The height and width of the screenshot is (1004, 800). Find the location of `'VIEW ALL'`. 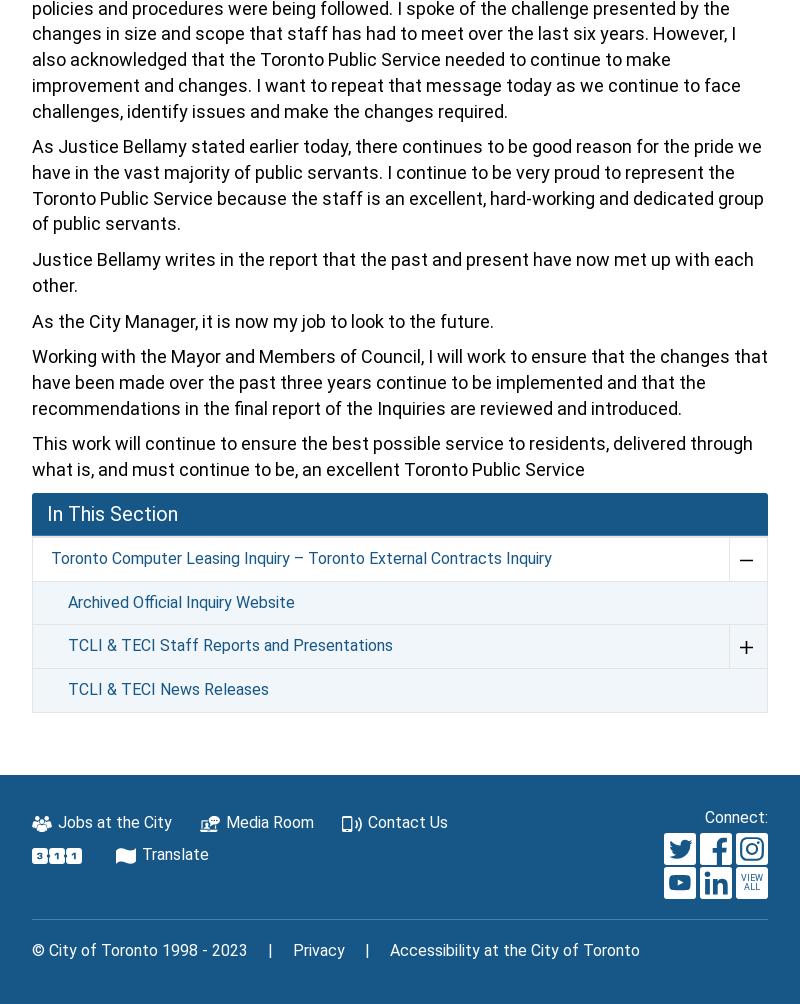

'VIEW ALL' is located at coordinates (750, 881).